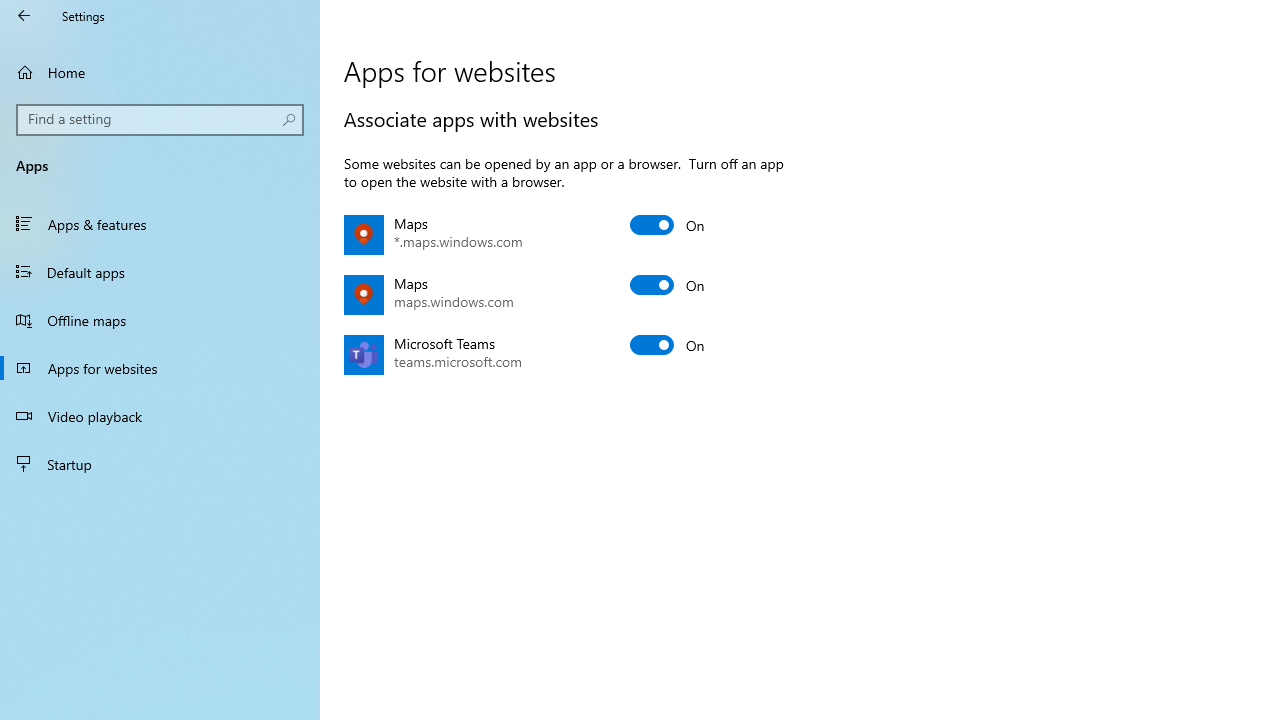 Image resolution: width=1280 pixels, height=720 pixels. Describe the element at coordinates (160, 223) in the screenshot. I see `'Apps & features'` at that location.